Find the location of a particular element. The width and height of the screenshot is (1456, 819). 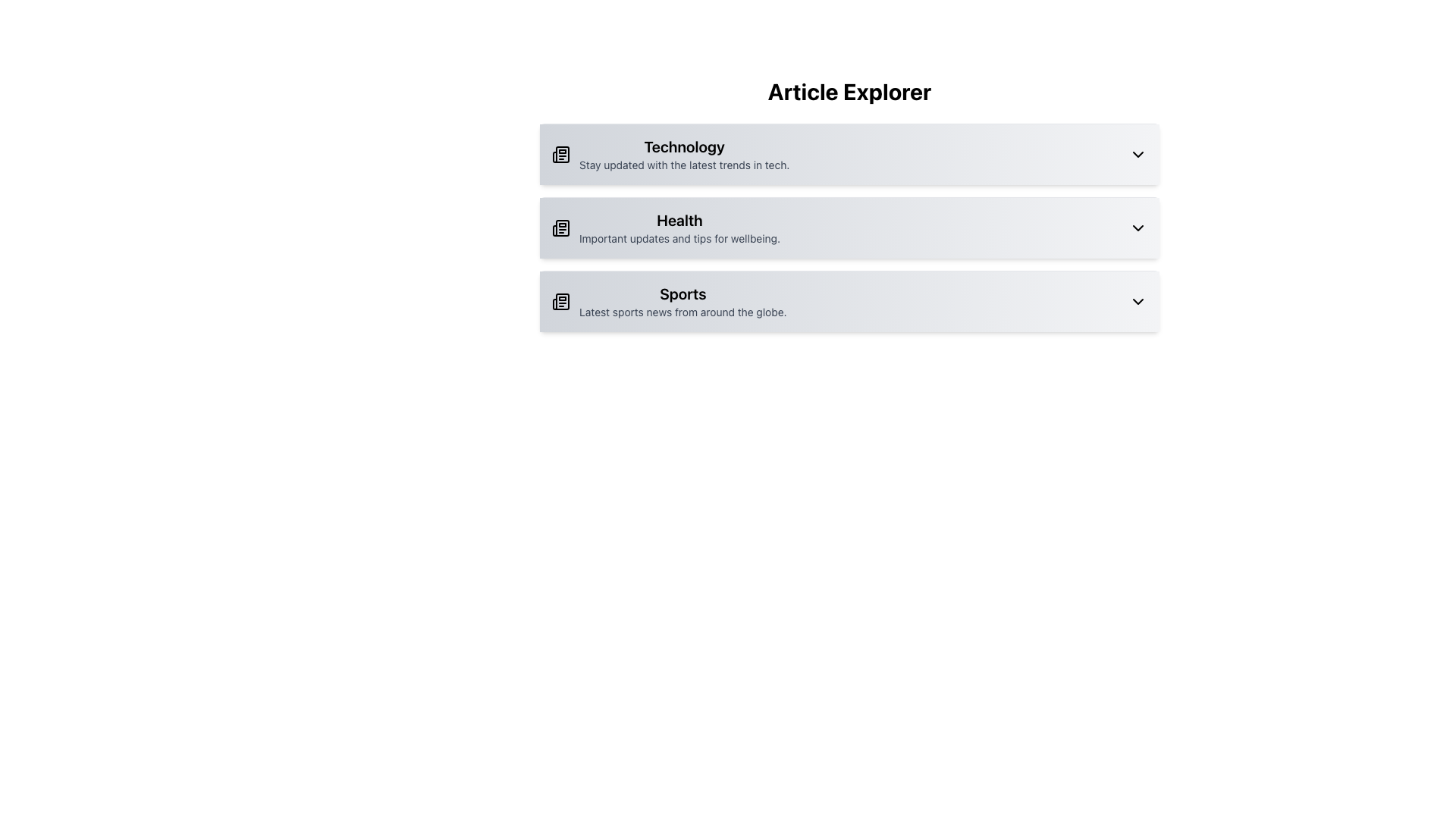

the header and description of the 'Technology' section Text Block is located at coordinates (683, 155).